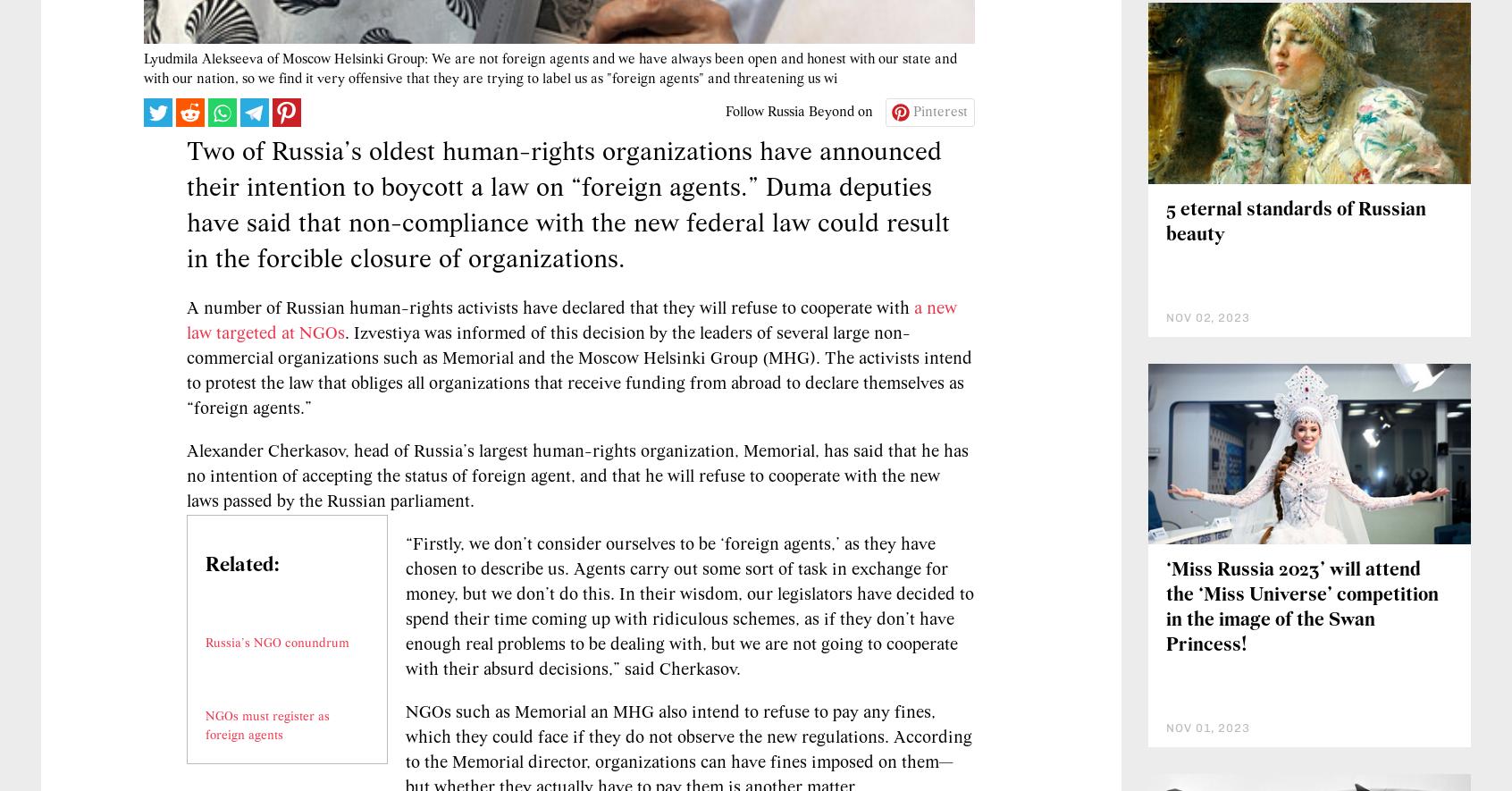 The image size is (1512, 791). Describe the element at coordinates (579, 477) in the screenshot. I see `'. Izvestiya was informed of this decision by the leaders of several large non-commercial organizations such as Memorial and the Moscow Helsinki Group (MHG). The activists intend to protest the law that obliges all organizations that receive funding from abroad to declare themselves as “foreign agents.”'` at that location.